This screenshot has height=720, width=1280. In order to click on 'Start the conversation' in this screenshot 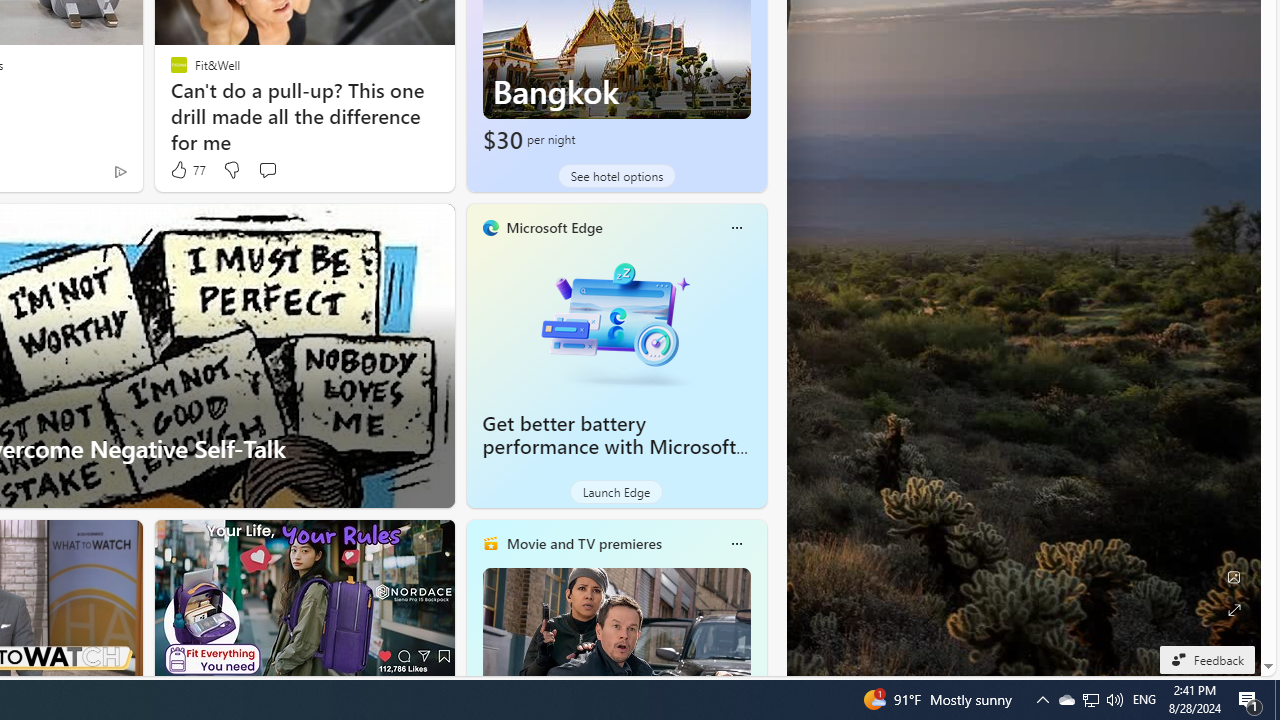, I will do `click(266, 169)`.